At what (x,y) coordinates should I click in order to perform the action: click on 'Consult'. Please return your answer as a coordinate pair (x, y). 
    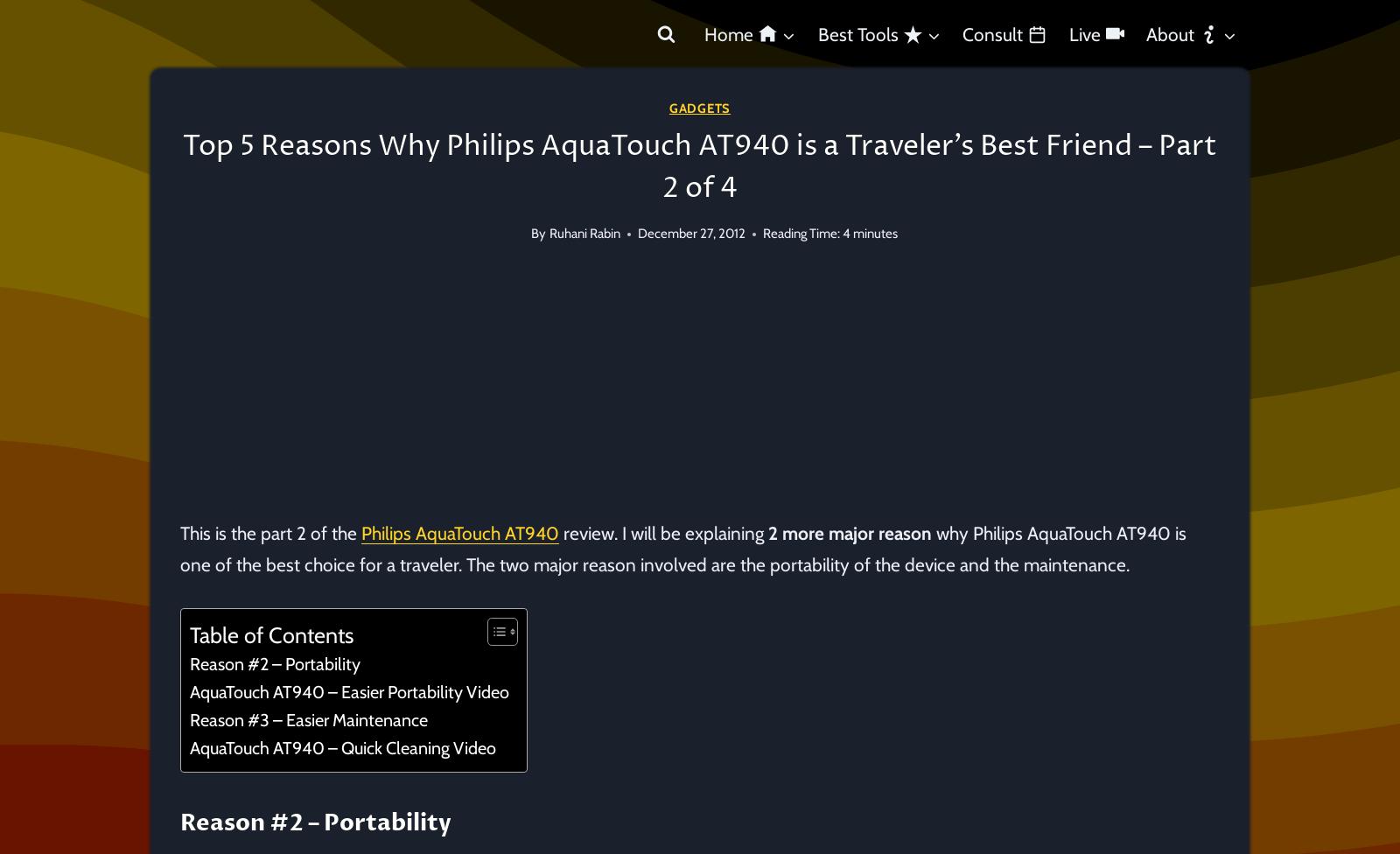
    Looking at the image, I should click on (992, 34).